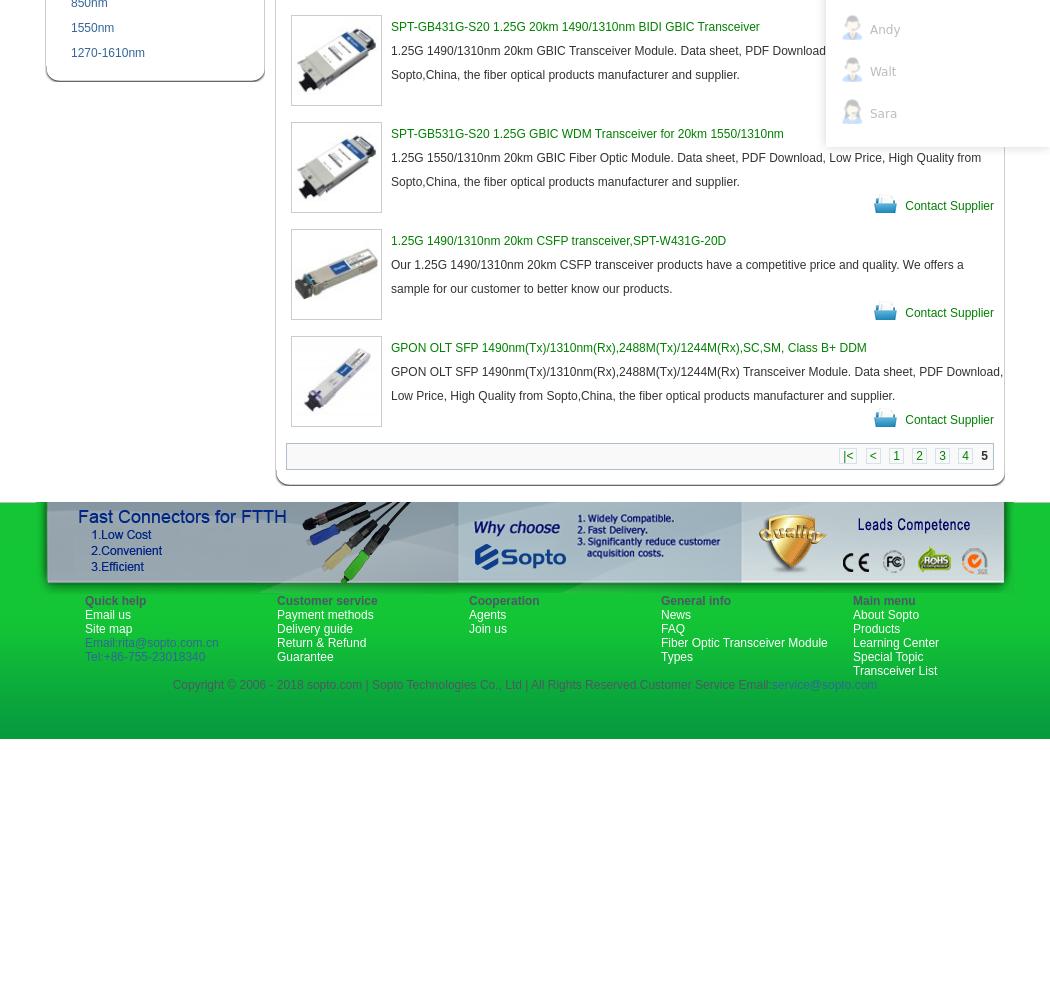 This screenshot has height=1000, width=1050. I want to click on 'Our 1.25G 1490/1310nm 20km CSFP transceiver products have a competitive price and quality. We offers a sample for our customer to better know our products.', so click(677, 277).